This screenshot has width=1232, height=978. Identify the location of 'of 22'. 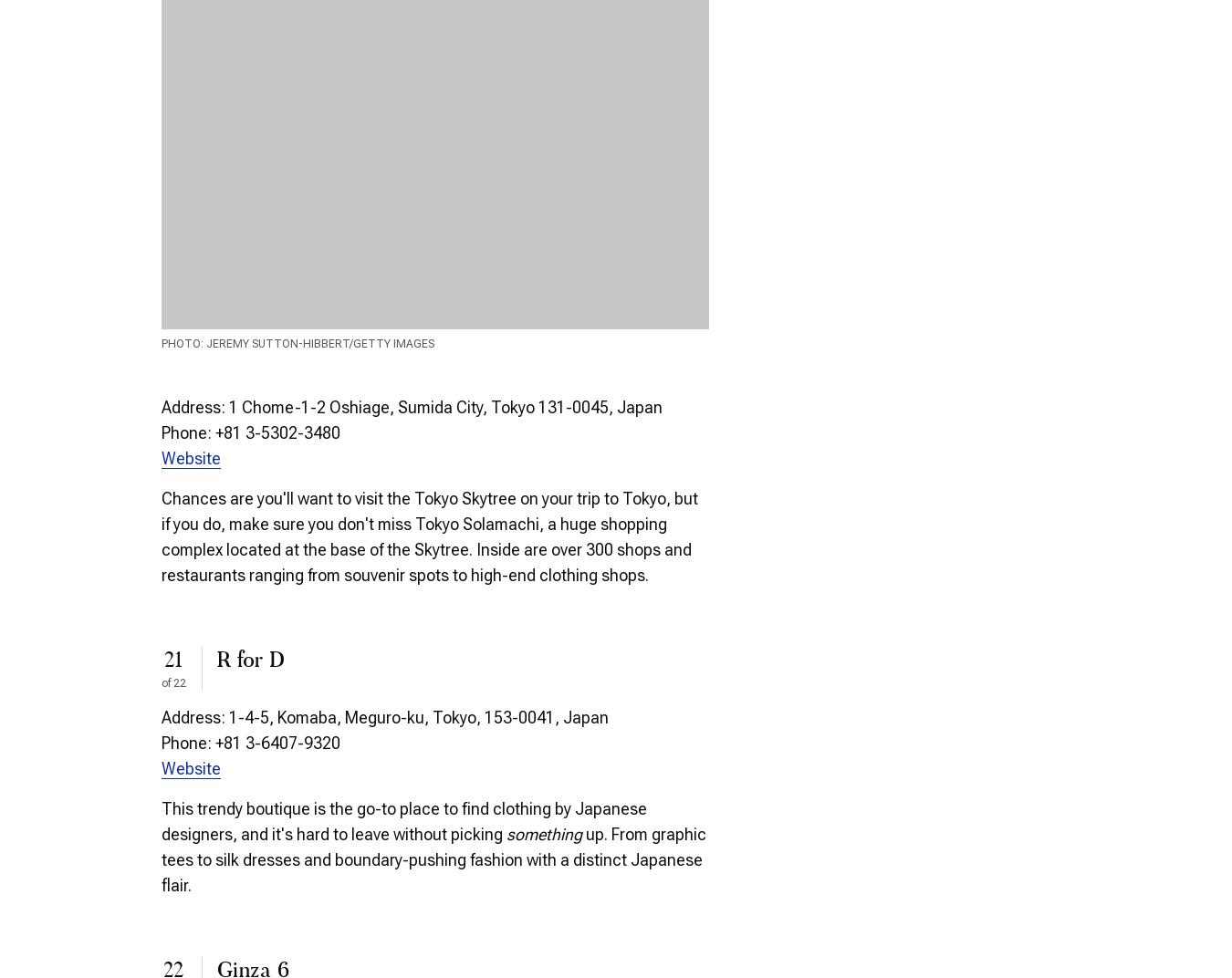
(173, 683).